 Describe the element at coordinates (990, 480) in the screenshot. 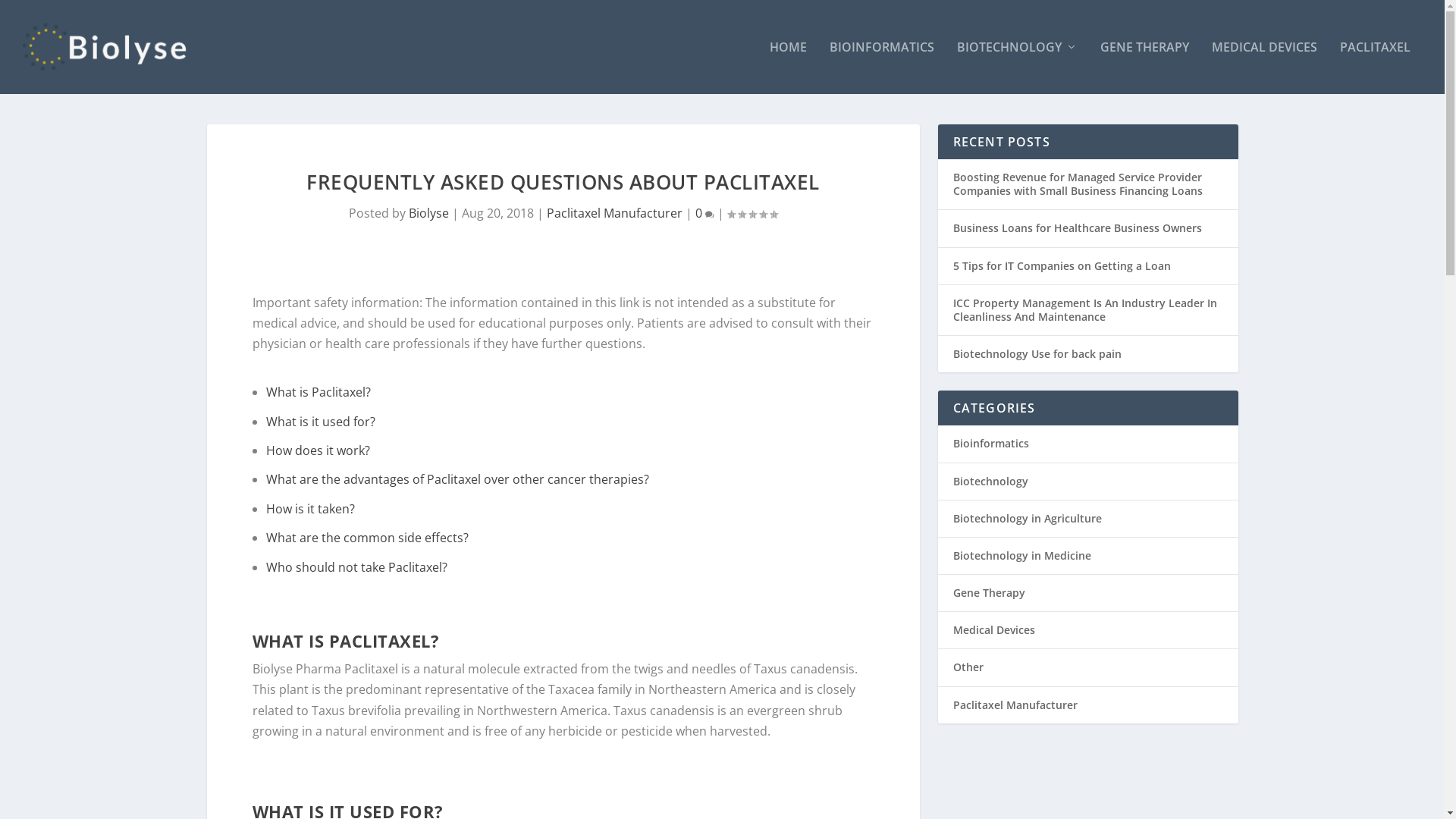

I see `'Biotechnology'` at that location.